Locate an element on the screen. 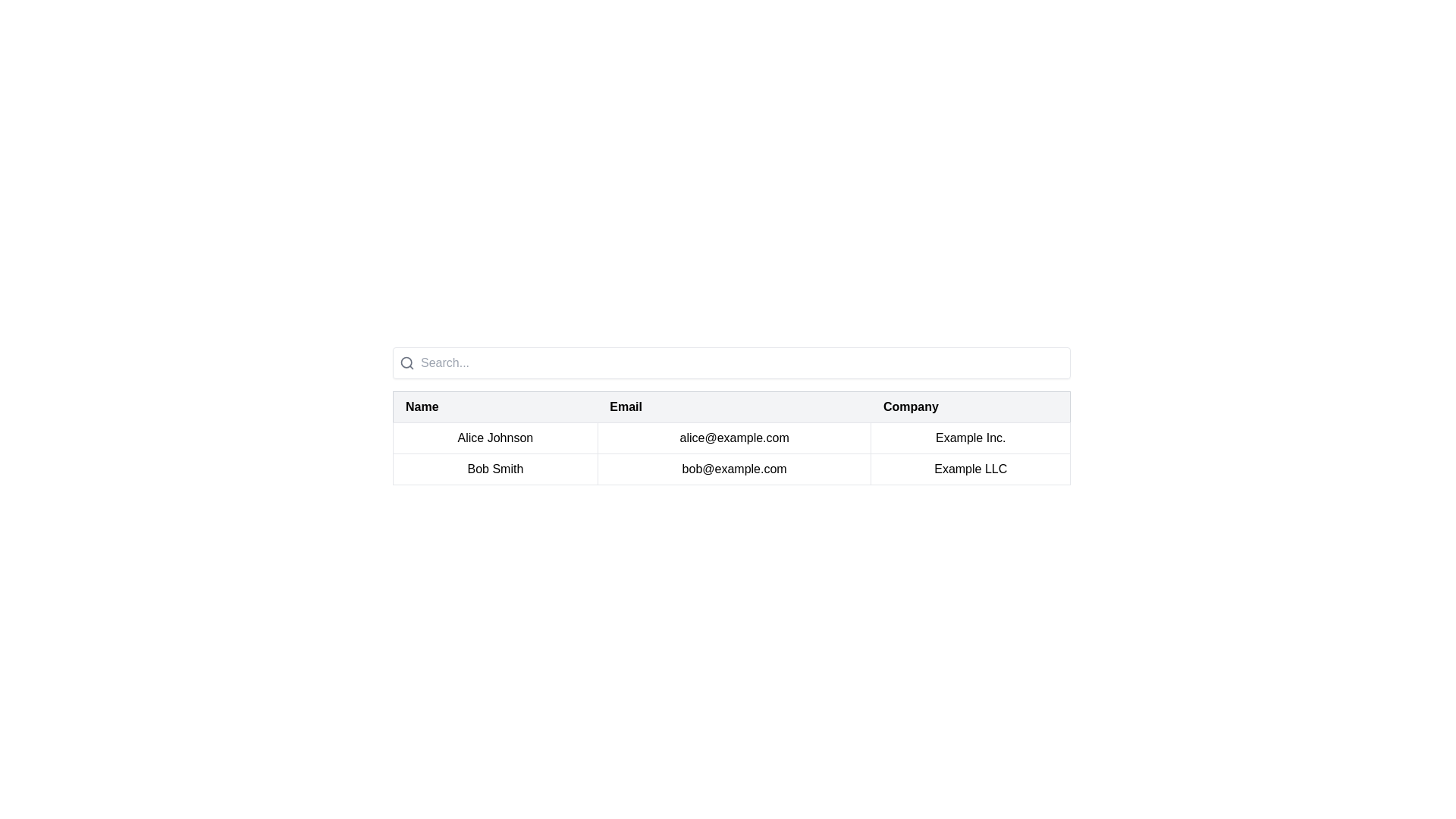 Image resolution: width=1456 pixels, height=819 pixels. the second row of the user details table which contains the cells 'Bob Smith', 'bob@example.com', and 'Example LLC' to highlight or select it is located at coordinates (731, 468).